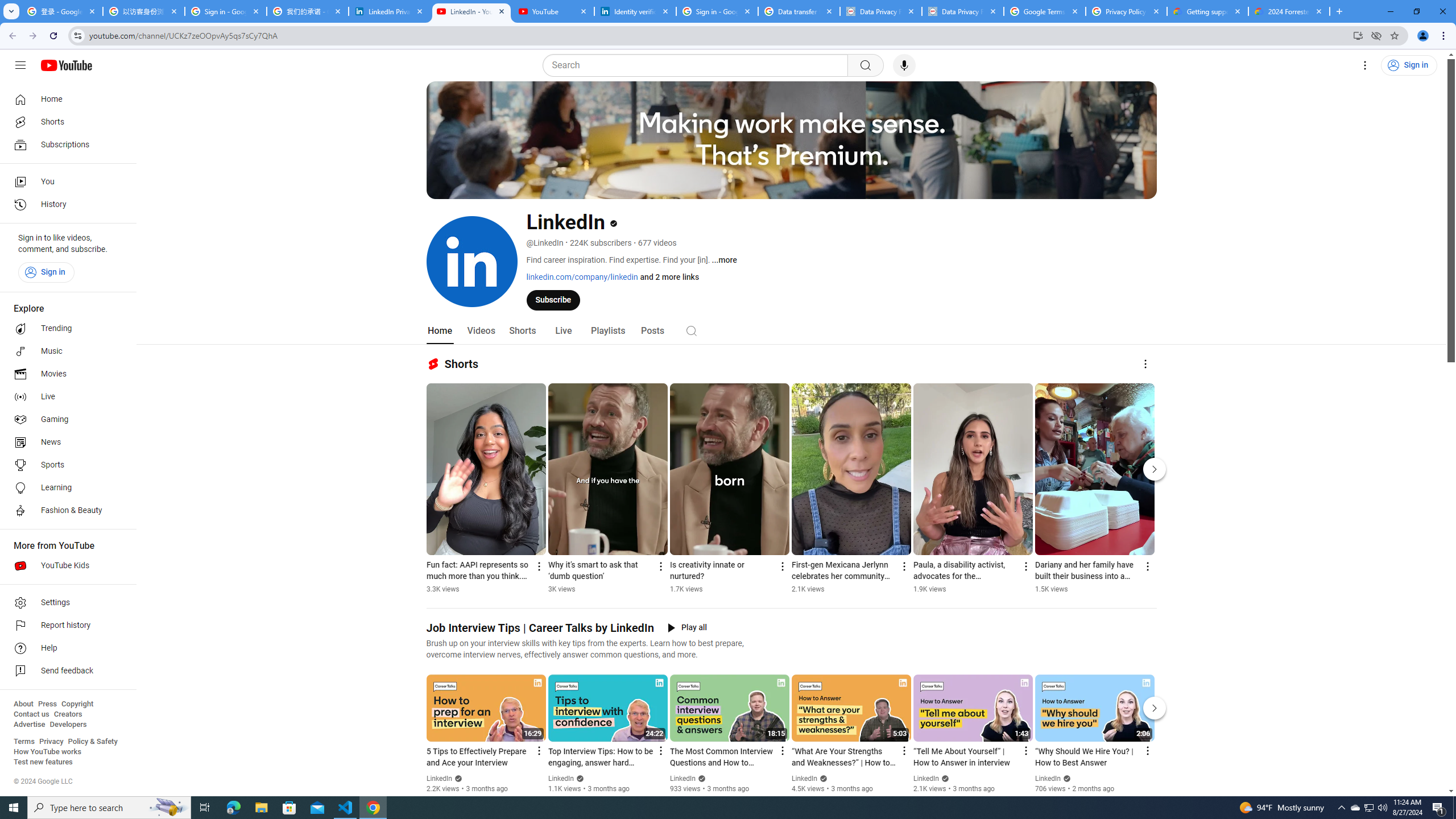  Describe the element at coordinates (68, 723) in the screenshot. I see `'Developers'` at that location.